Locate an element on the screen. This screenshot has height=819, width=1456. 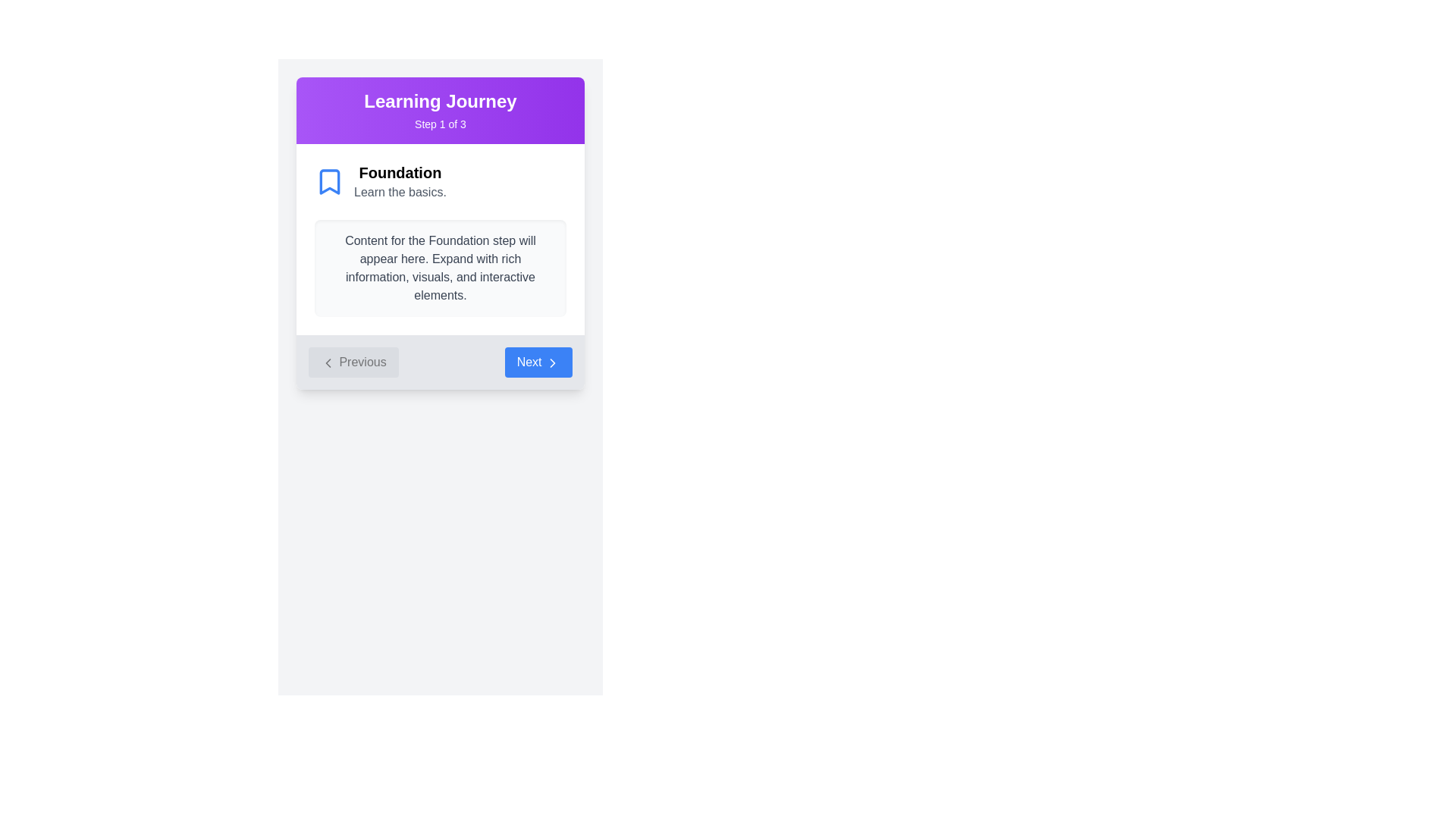
the right-facing chevron icon within the 'Next' button, located at the bottom-right corner of the interface is located at coordinates (552, 362).